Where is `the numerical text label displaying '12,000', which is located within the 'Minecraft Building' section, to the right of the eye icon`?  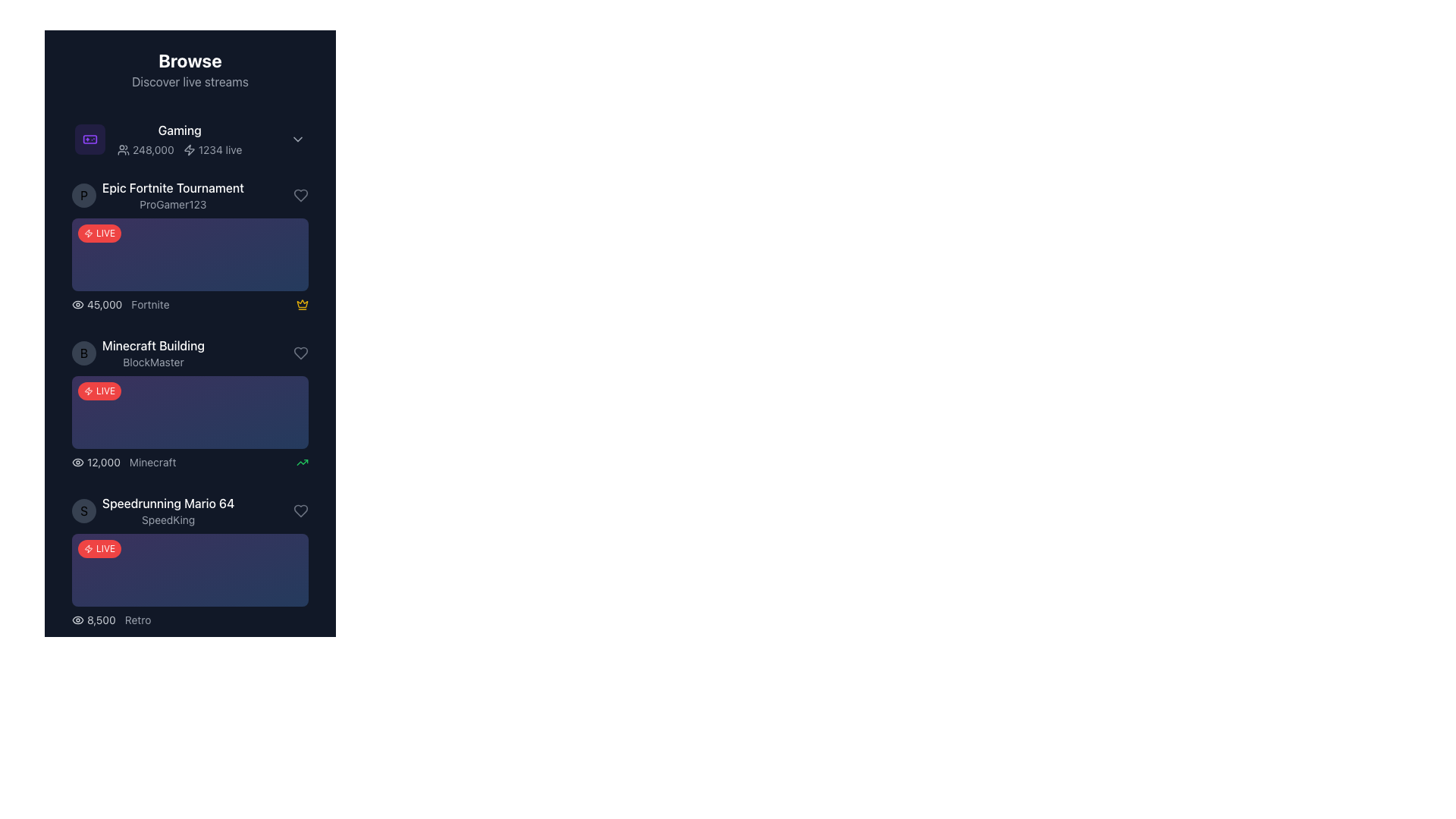 the numerical text label displaying '12,000', which is located within the 'Minecraft Building' section, to the right of the eye icon is located at coordinates (95, 461).